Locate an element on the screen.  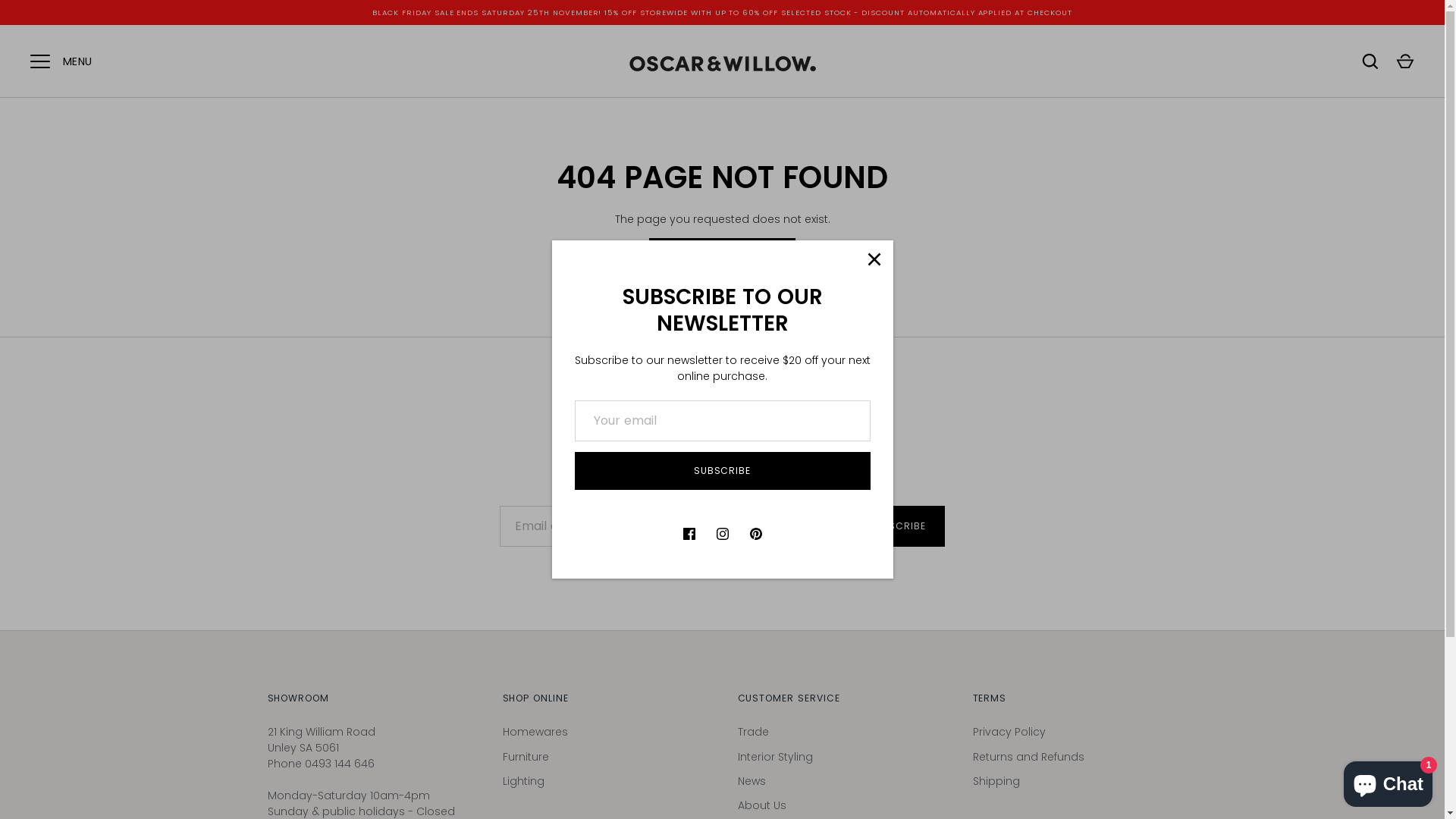
'About Us' is located at coordinates (761, 804).